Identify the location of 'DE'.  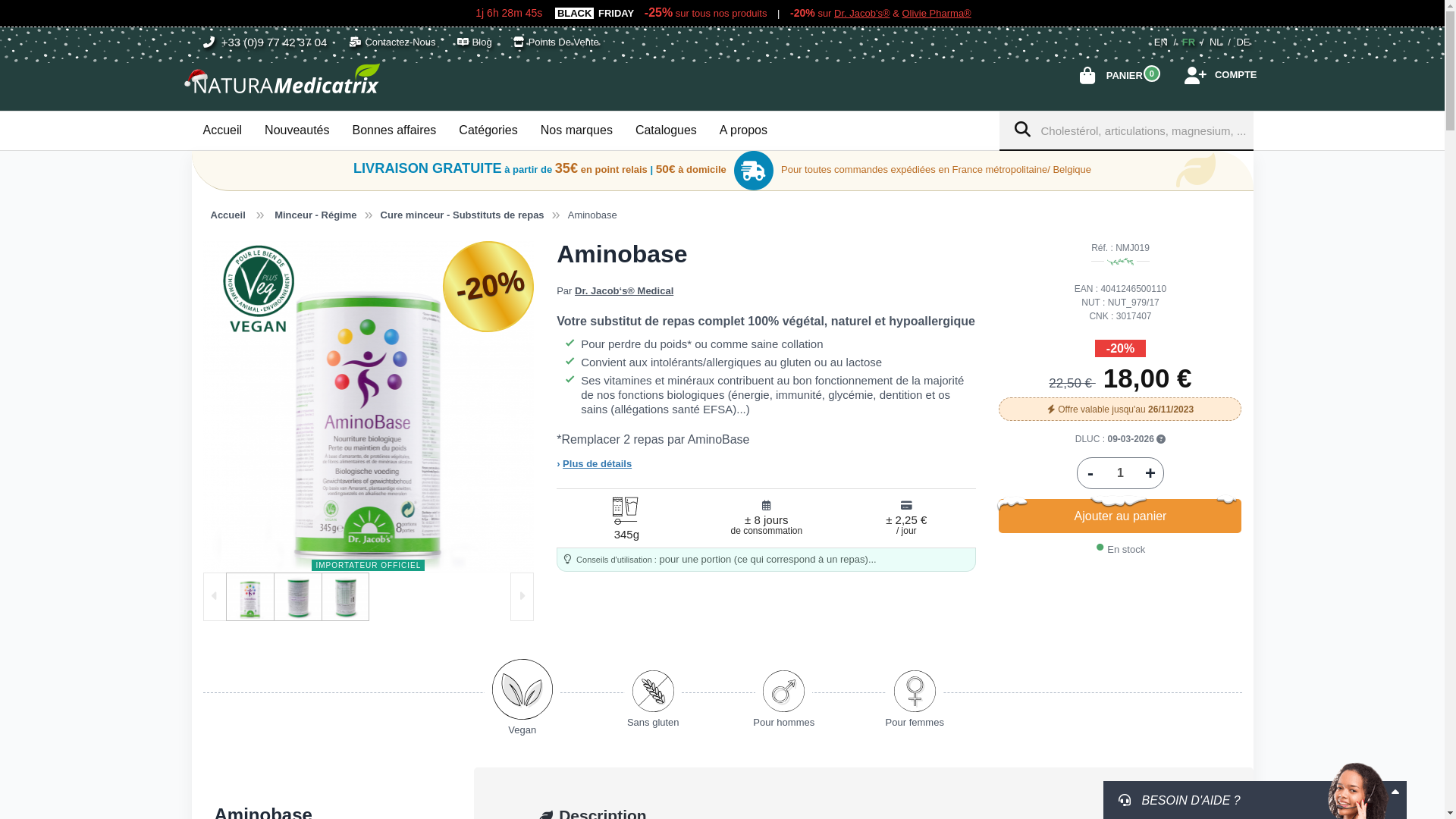
(1242, 42).